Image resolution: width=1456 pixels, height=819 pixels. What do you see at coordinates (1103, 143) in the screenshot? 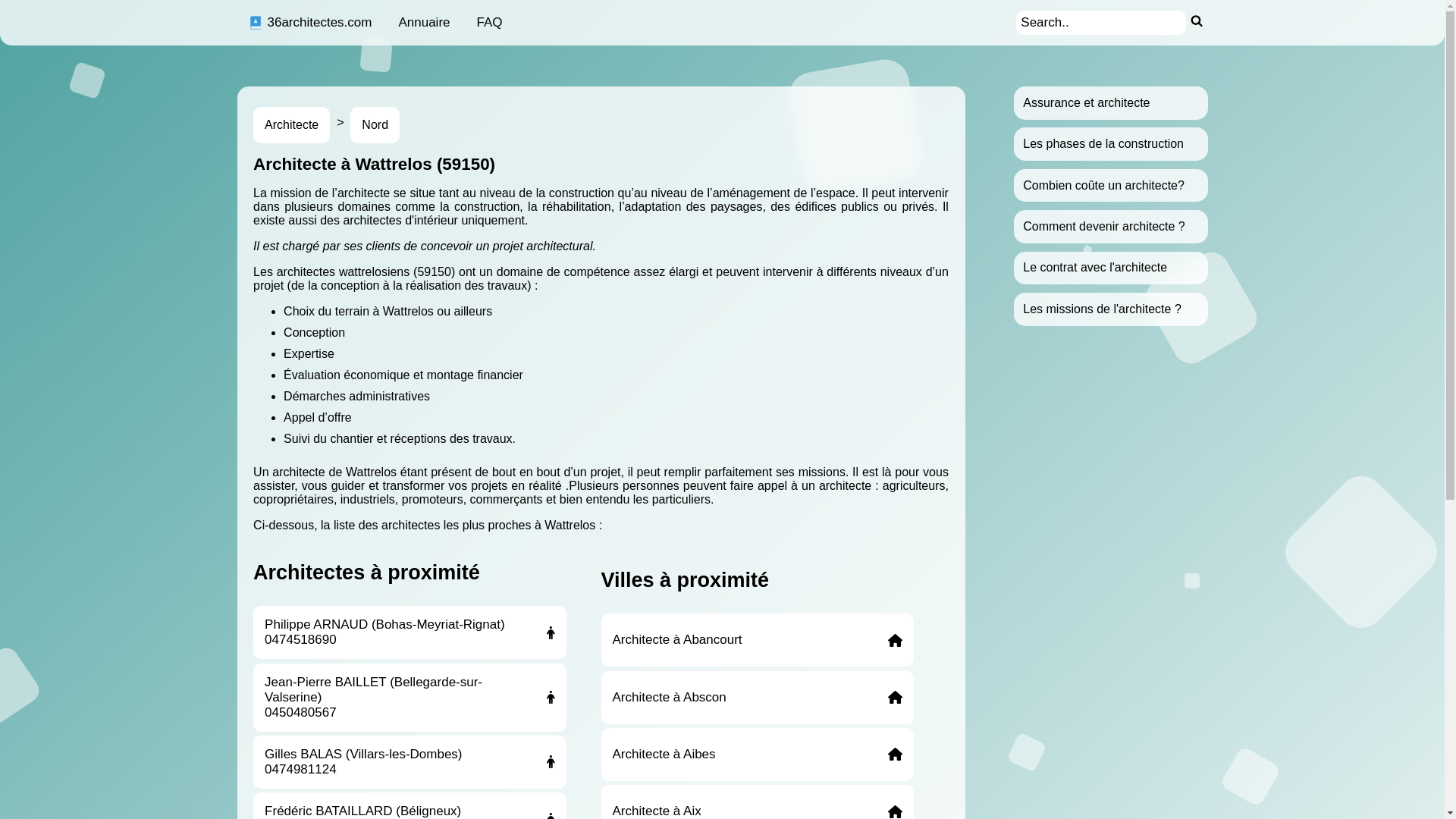
I see `'Les phases de la construction'` at bounding box center [1103, 143].